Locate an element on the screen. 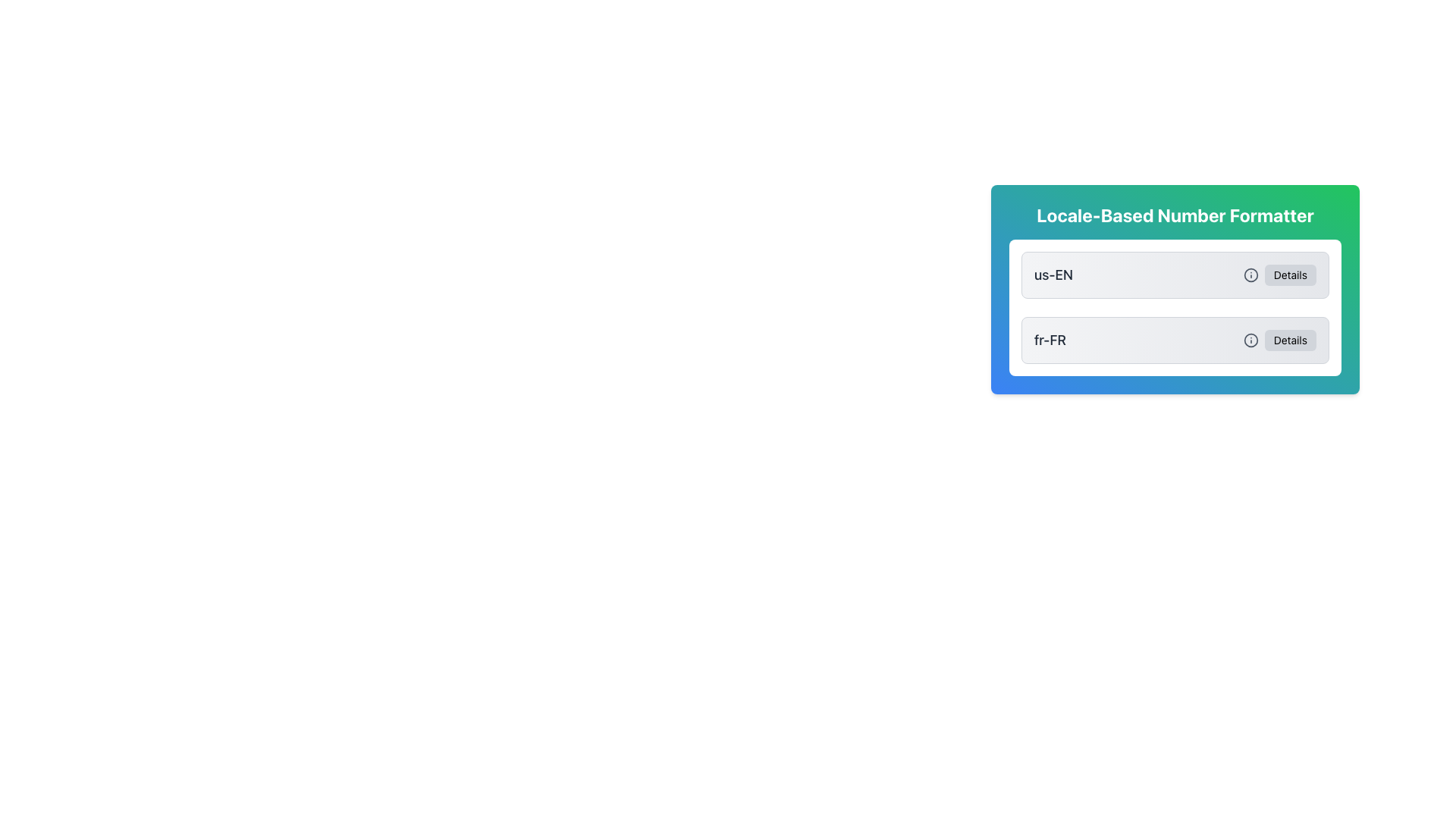 The image size is (1456, 819). the 'Details' button with a rounded light gray background located next to the information icon is located at coordinates (1278, 339).